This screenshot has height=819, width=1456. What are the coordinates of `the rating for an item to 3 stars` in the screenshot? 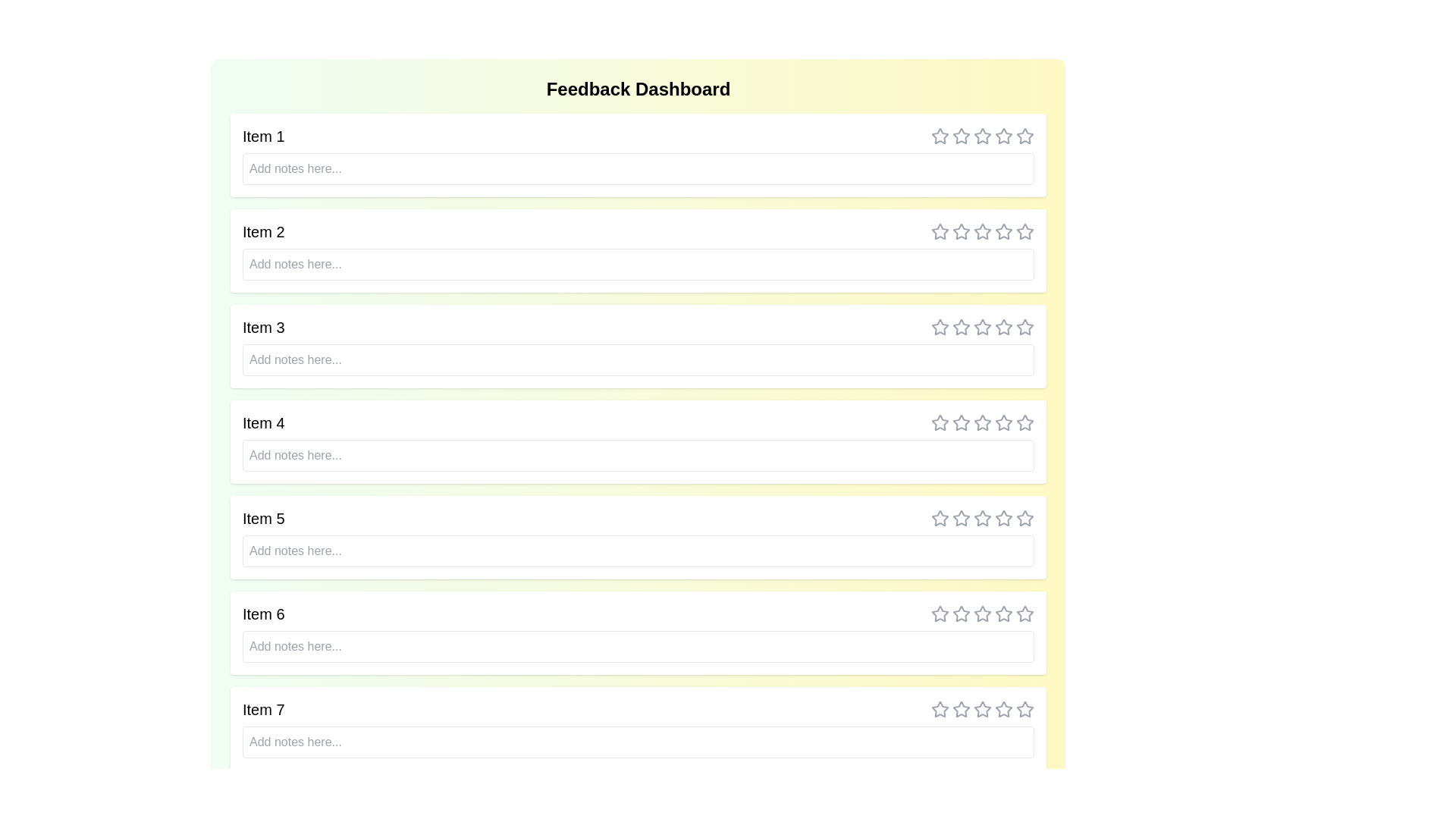 It's located at (983, 136).